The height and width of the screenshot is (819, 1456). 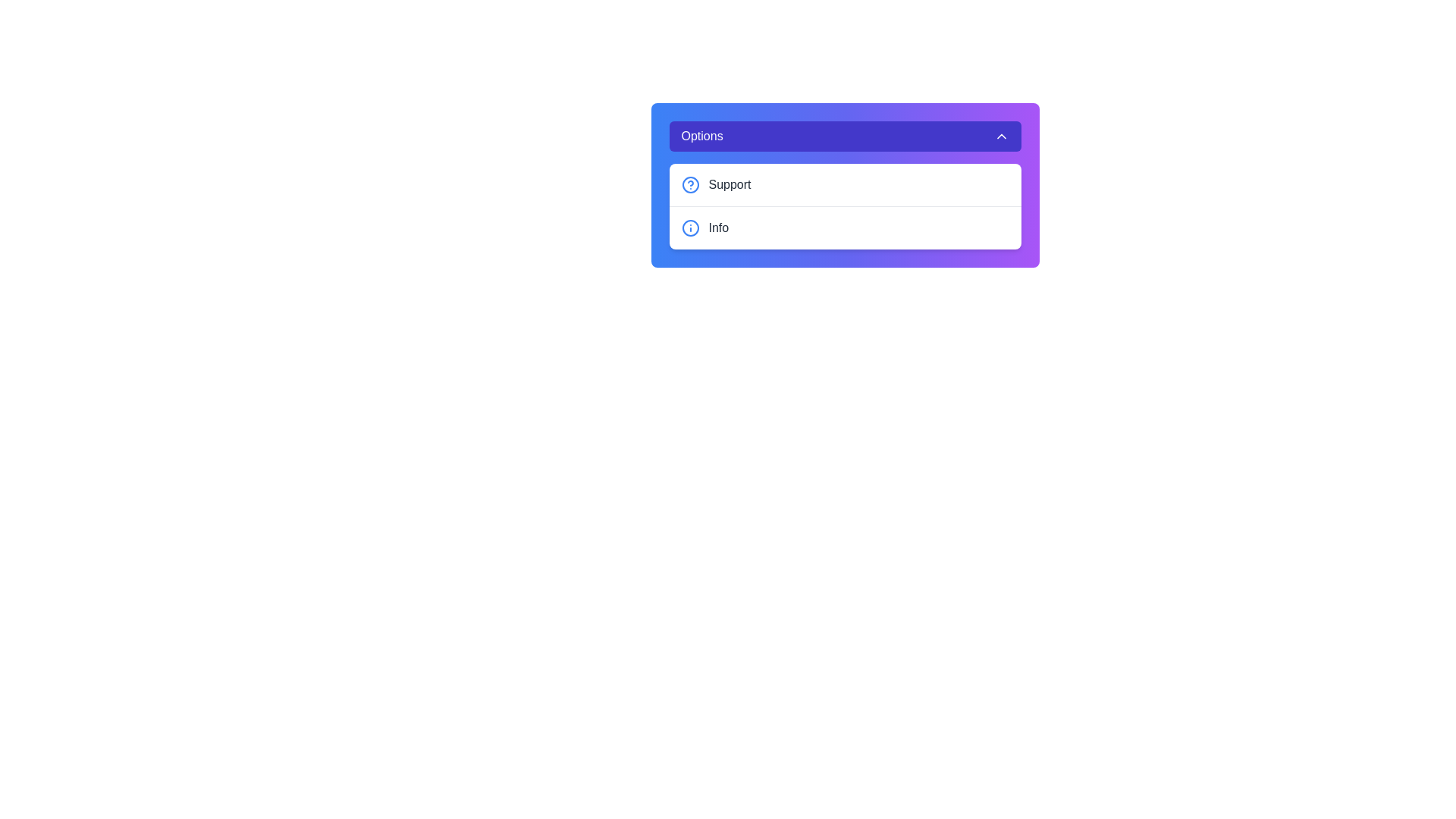 I want to click on the rectangular 'Options' button with a gradient indigo background and rounded corners, so click(x=844, y=136).